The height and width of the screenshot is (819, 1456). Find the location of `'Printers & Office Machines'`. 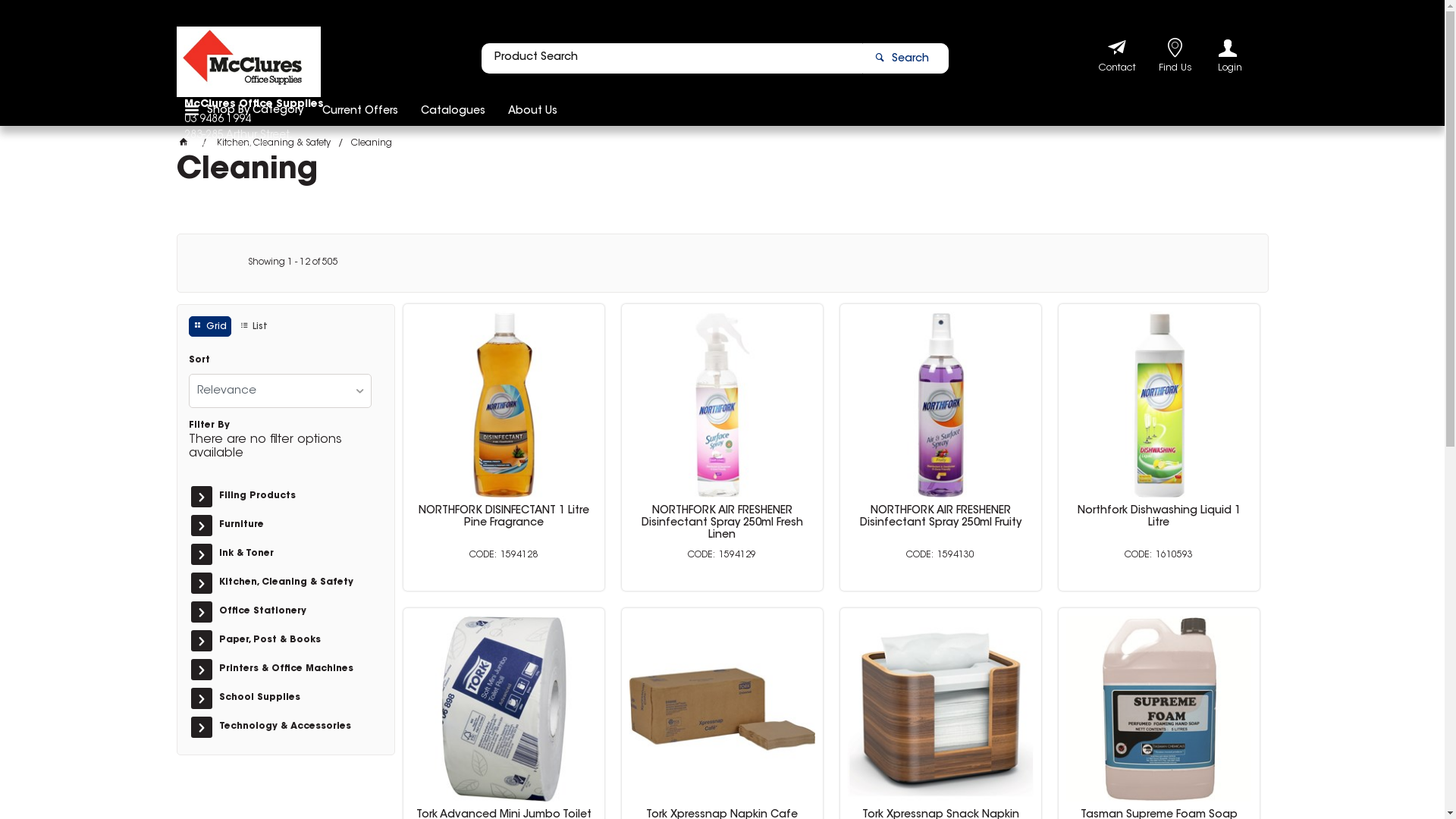

'Printers & Office Machines' is located at coordinates (293, 669).